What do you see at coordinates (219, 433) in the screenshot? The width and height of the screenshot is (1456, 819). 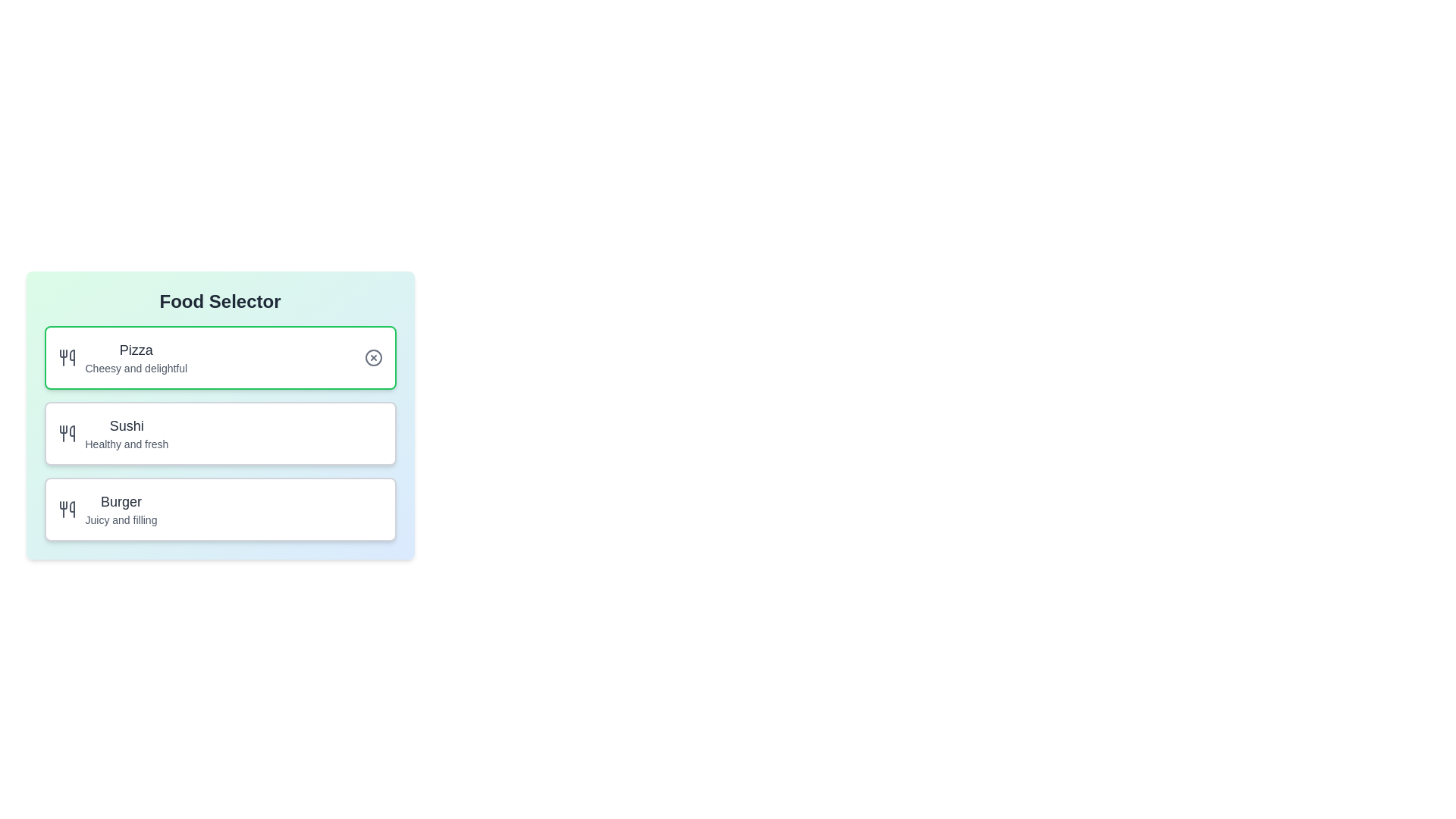 I see `the description of the selected food item, Sushi` at bounding box center [219, 433].